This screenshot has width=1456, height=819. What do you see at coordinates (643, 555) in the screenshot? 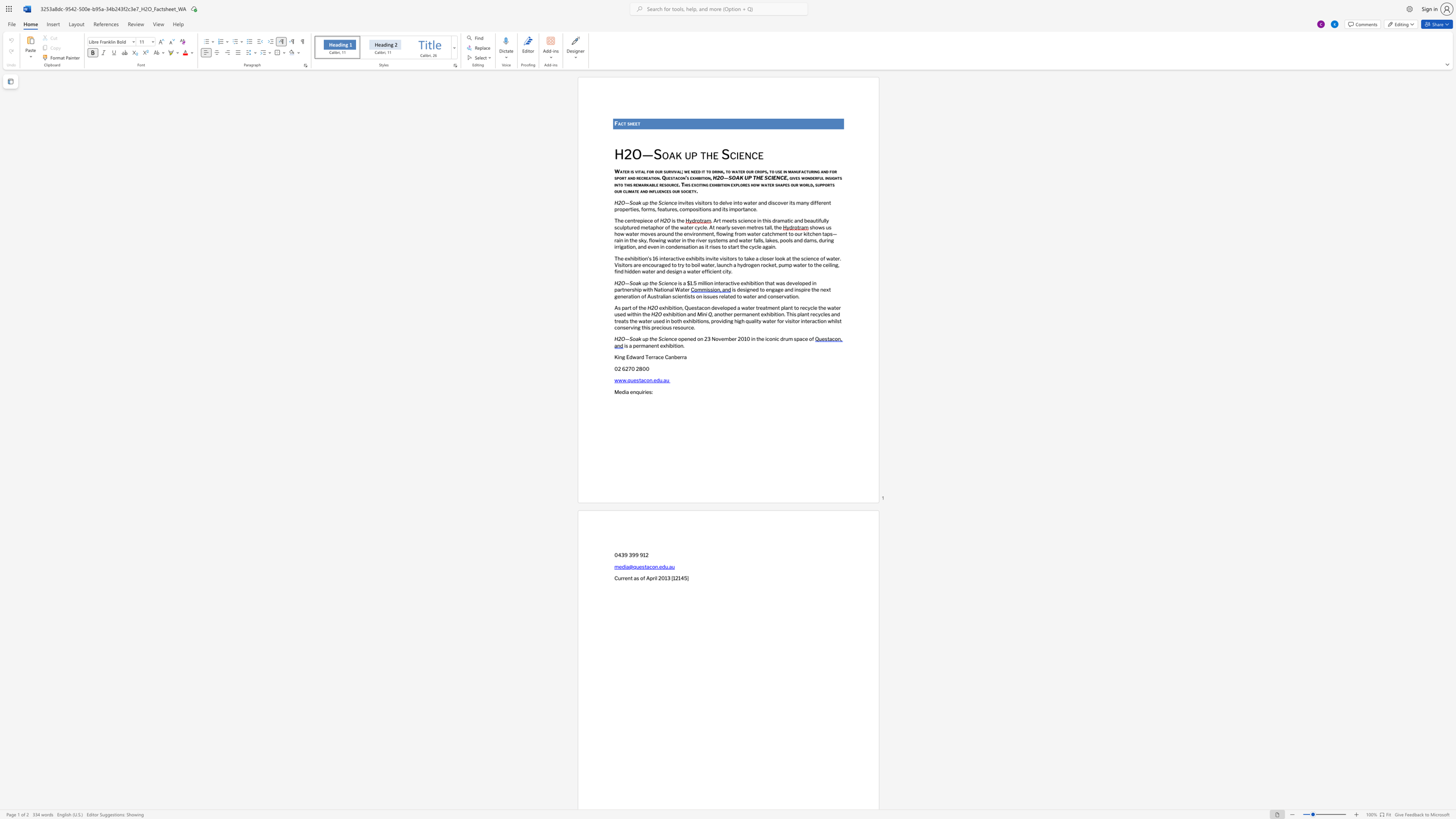
I see `the subset text "12" within the text "0439 399 912"` at bounding box center [643, 555].